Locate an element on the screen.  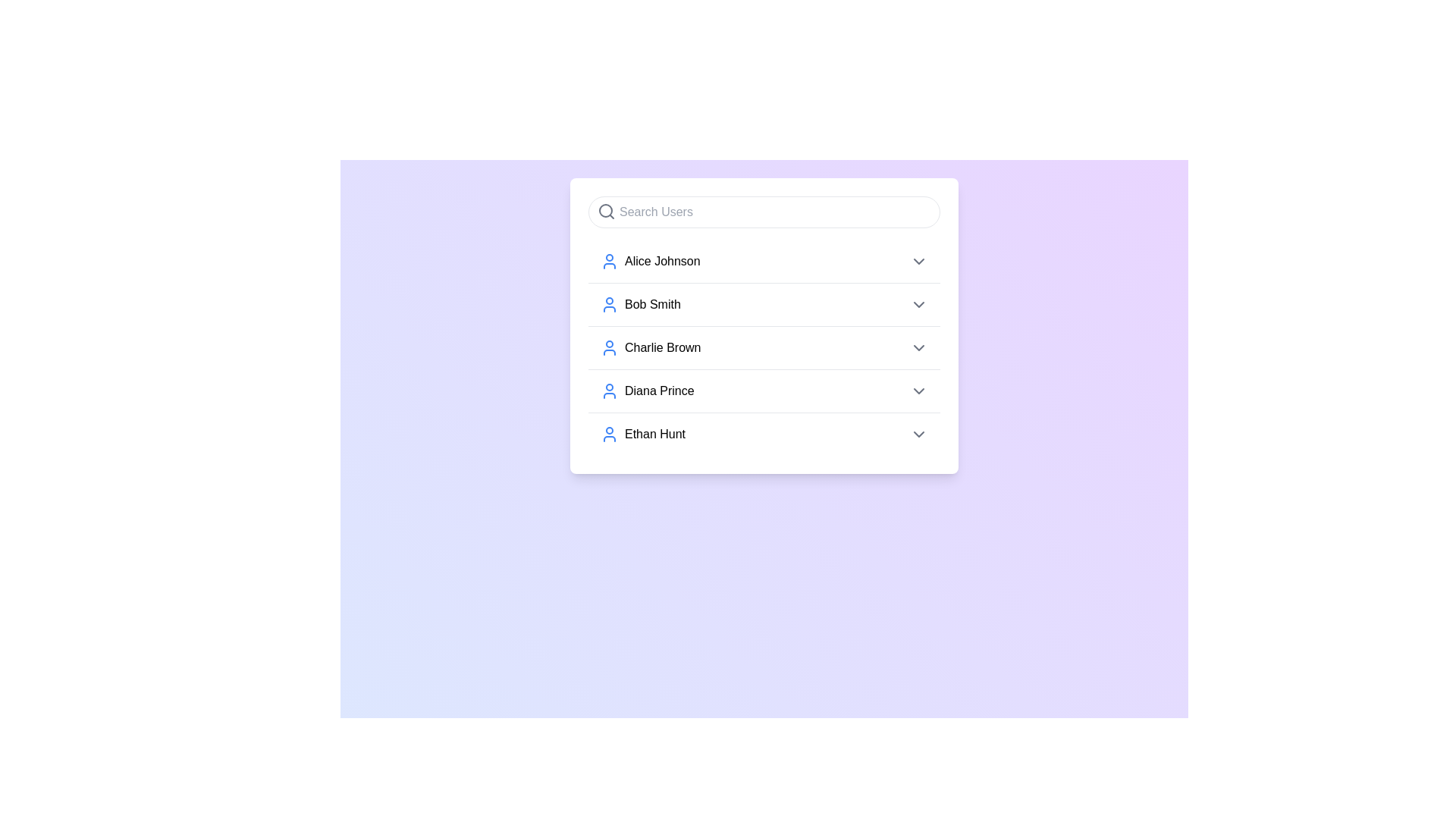
the fourth list item representing user 'Diana Prince' is located at coordinates (647, 391).